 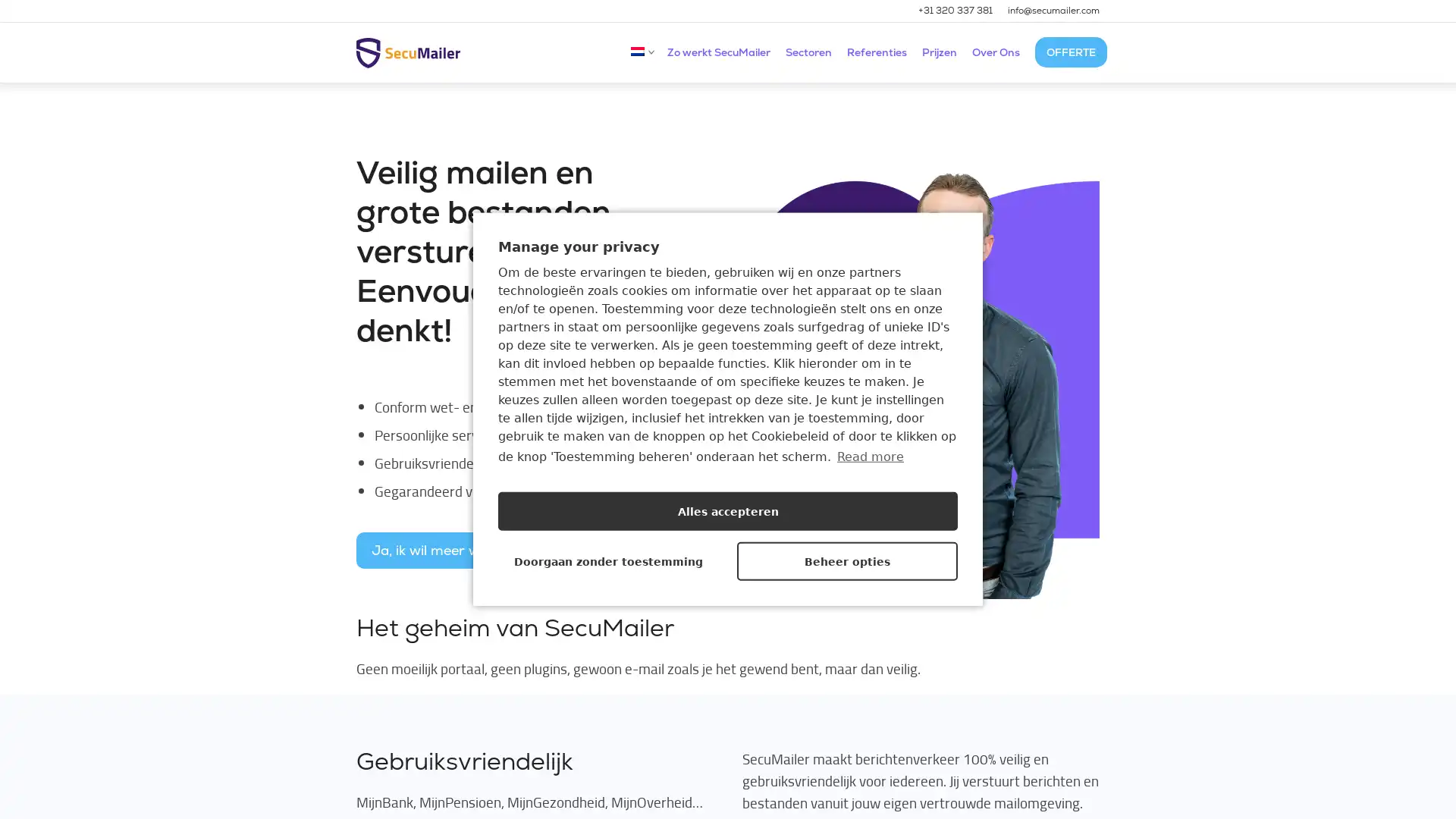 What do you see at coordinates (608, 561) in the screenshot?
I see `Doorgaan zonder toestemming` at bounding box center [608, 561].